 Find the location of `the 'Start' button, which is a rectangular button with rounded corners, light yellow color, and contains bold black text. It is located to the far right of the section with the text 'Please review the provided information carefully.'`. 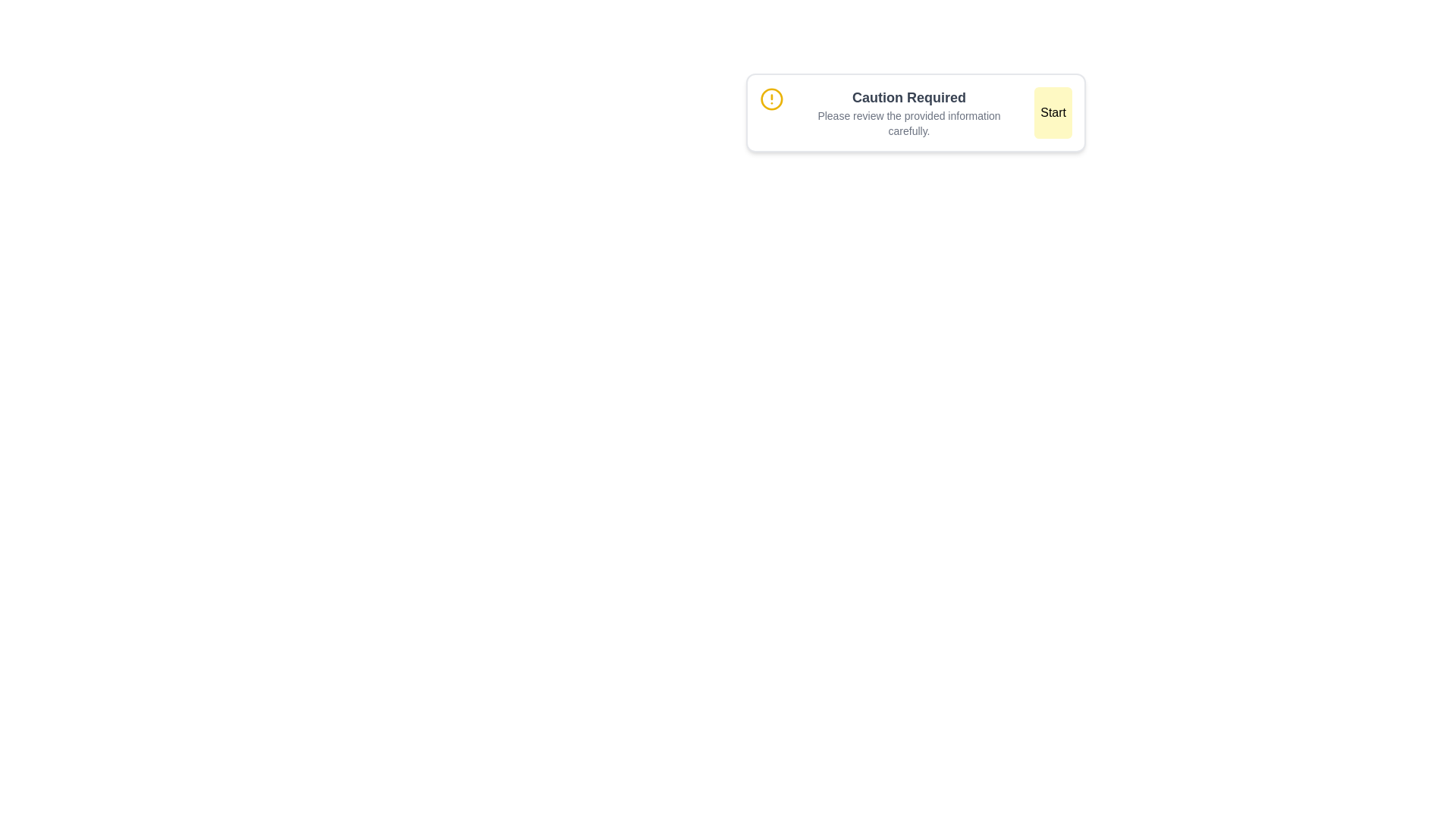

the 'Start' button, which is a rectangular button with rounded corners, light yellow color, and contains bold black text. It is located to the far right of the section with the text 'Please review the provided information carefully.' is located at coordinates (1053, 112).